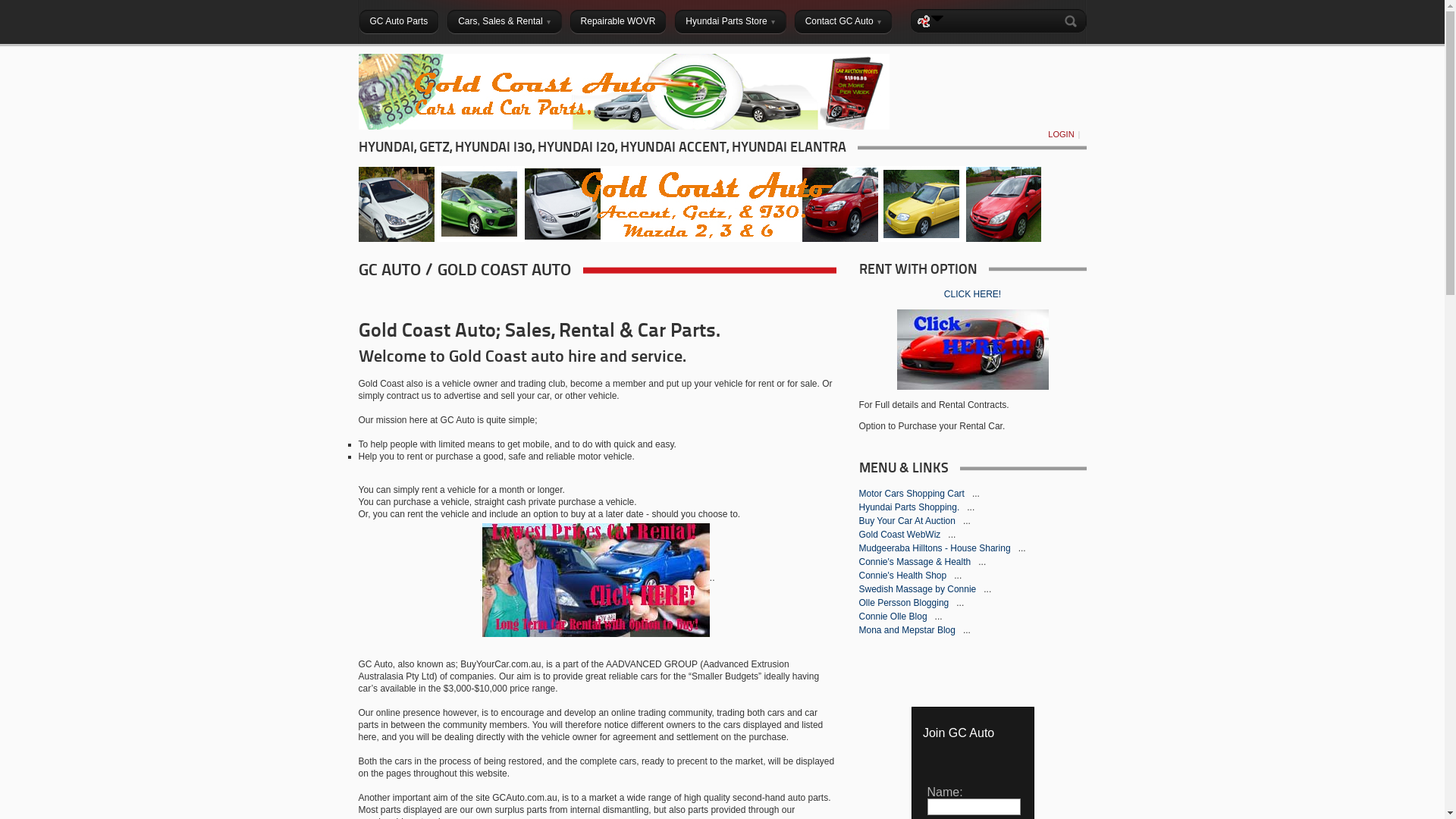  What do you see at coordinates (966, 507) in the screenshot?
I see `'...'` at bounding box center [966, 507].